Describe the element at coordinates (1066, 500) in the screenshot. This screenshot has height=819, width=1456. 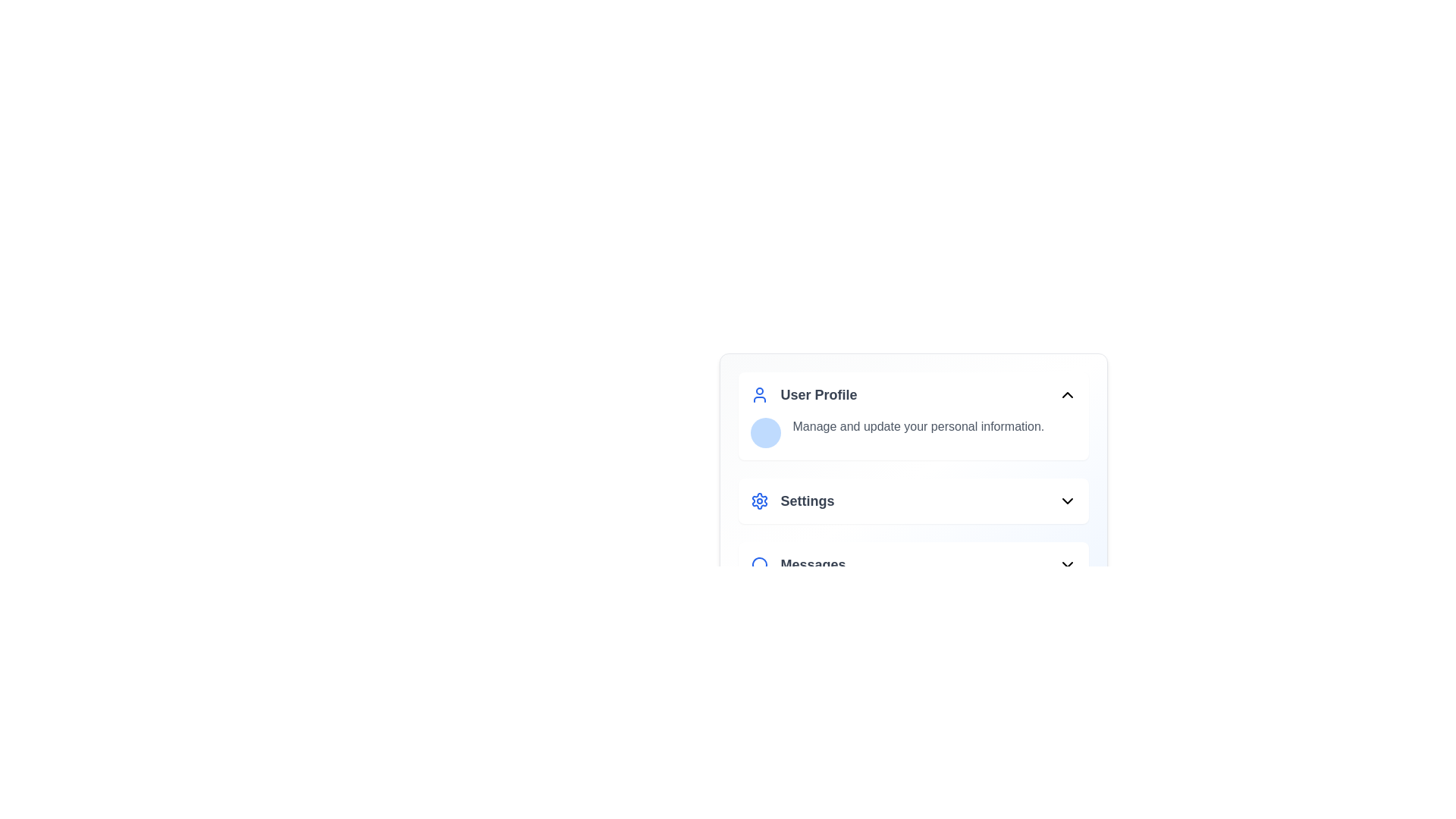
I see `the chevron-down icon located to the far-right of the 'Settings' text` at that location.